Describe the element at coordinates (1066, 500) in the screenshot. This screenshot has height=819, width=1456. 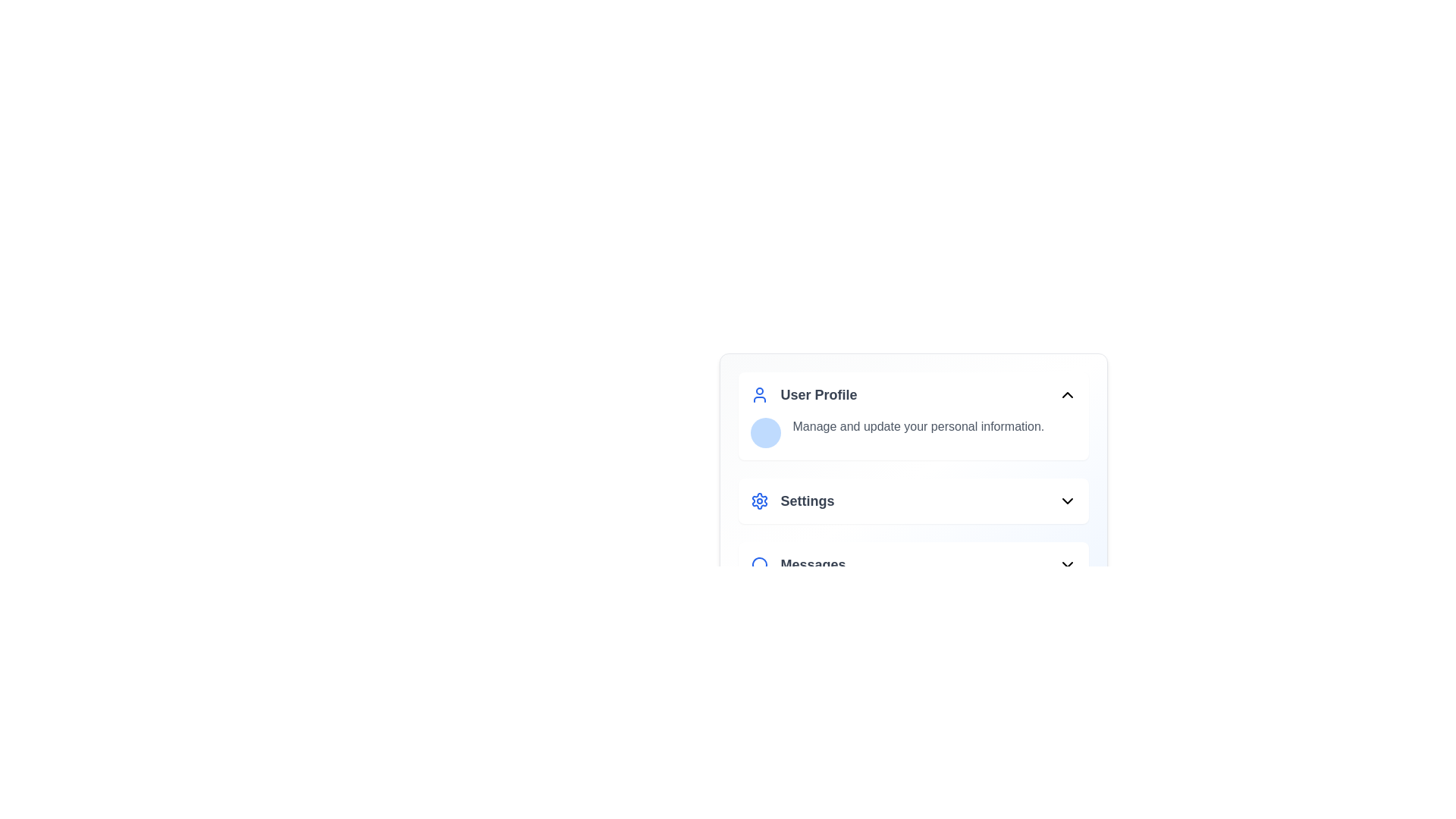
I see `the chevron-down icon located to the far-right of the 'Settings' text` at that location.